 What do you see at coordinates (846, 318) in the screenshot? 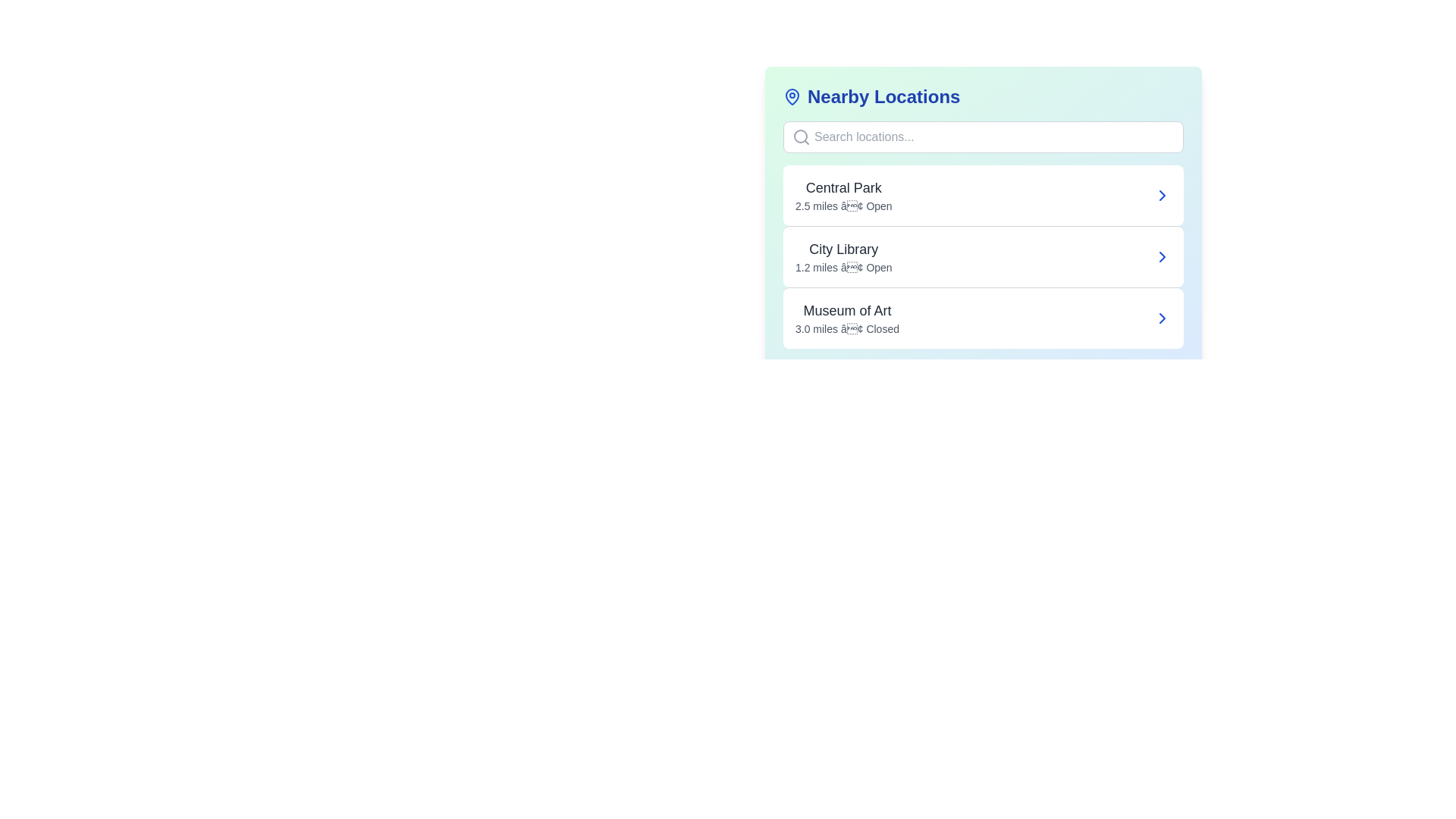
I see `the list entry for 'Museum of Art', which is the third item in the vertical list of locations, located to the right of the 'Nearby Locations' heading` at bounding box center [846, 318].